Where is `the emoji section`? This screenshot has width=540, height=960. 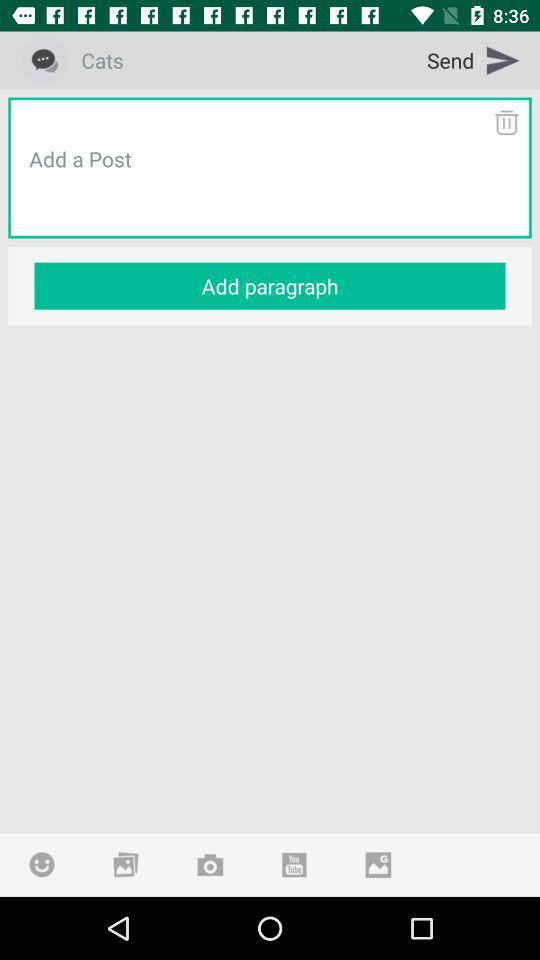 the emoji section is located at coordinates (42, 863).